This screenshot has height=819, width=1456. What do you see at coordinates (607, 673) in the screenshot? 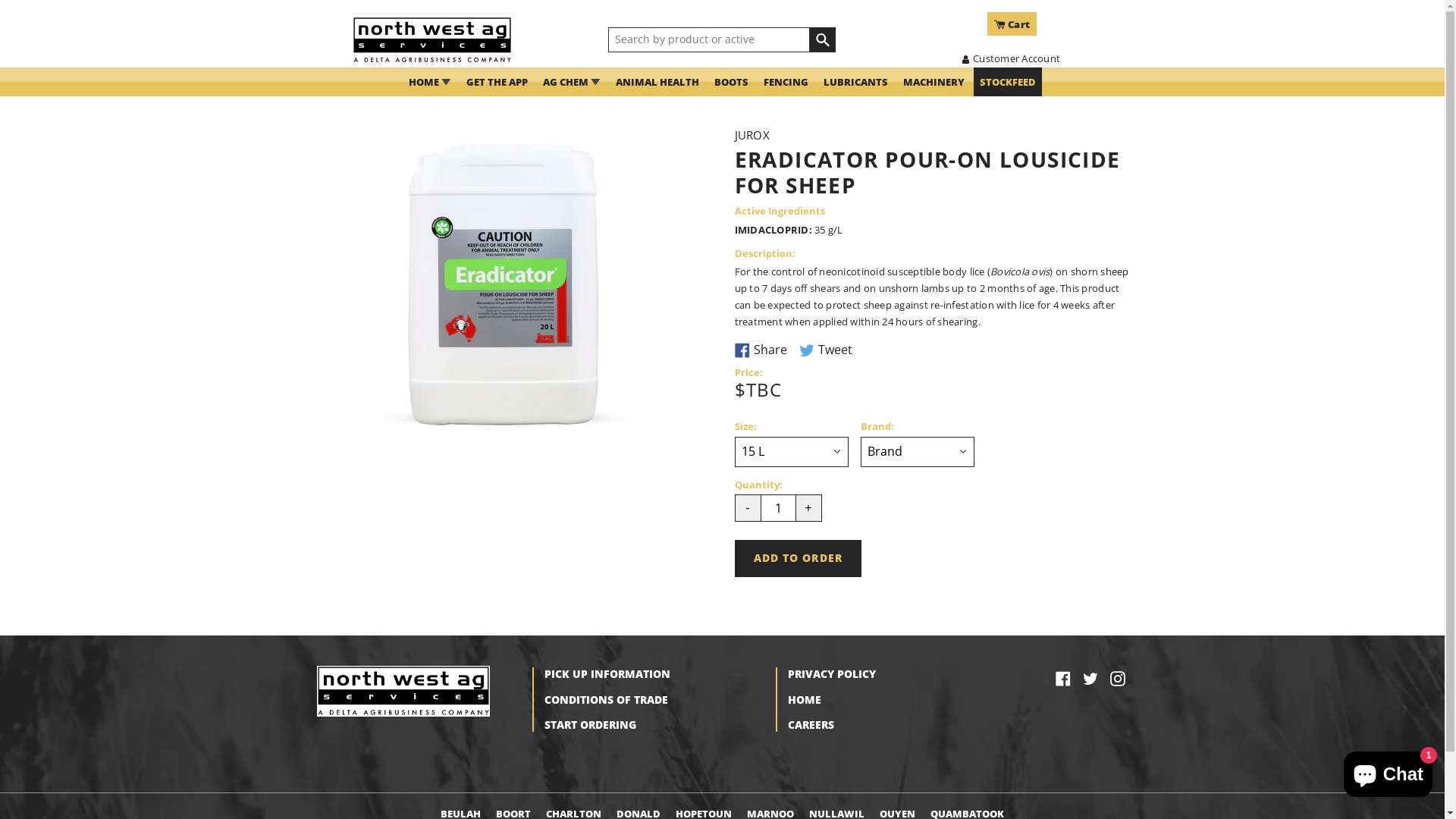
I see `'PICK UP INFORMATION'` at bounding box center [607, 673].